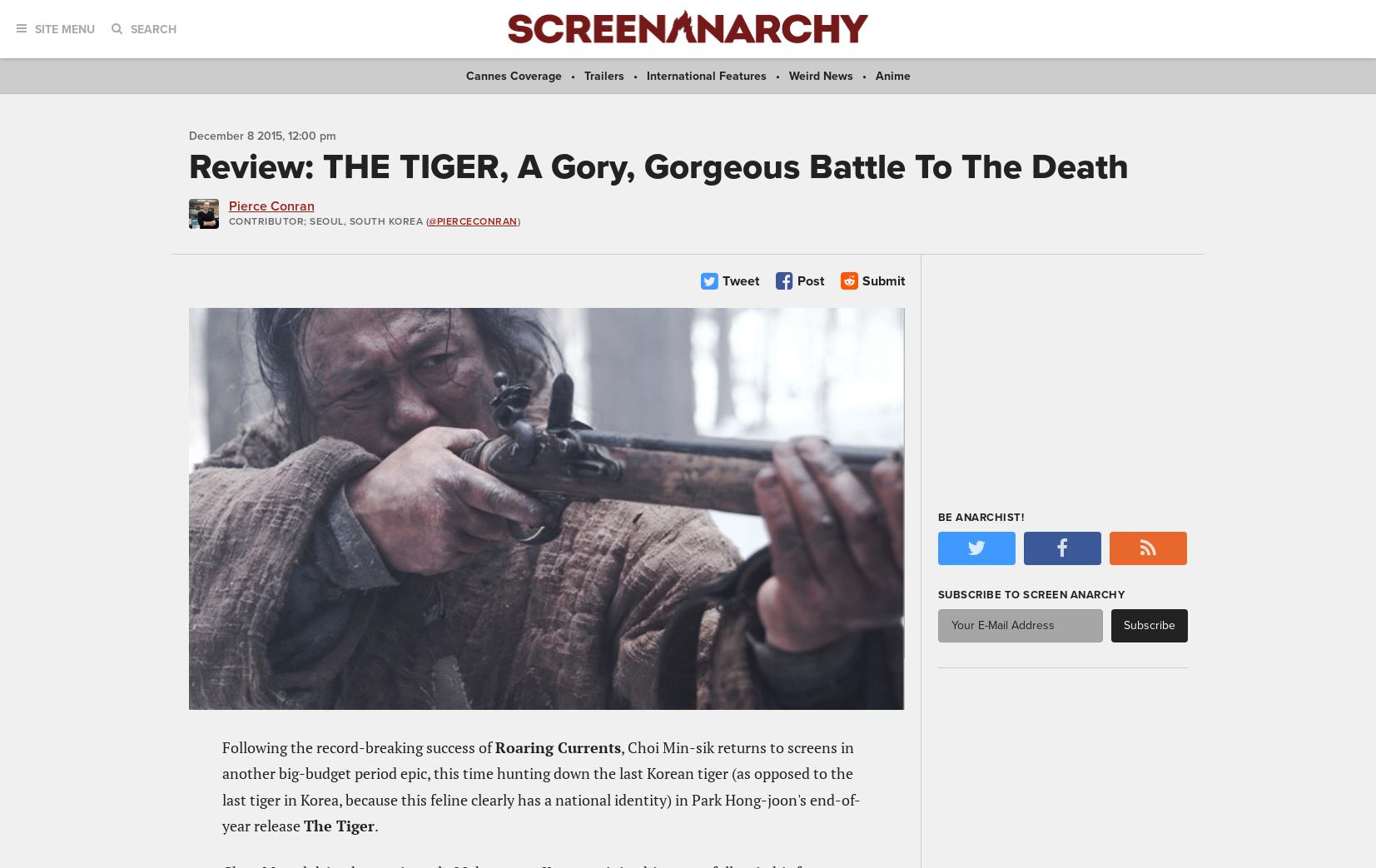 The image size is (1376, 868). Describe the element at coordinates (861, 279) in the screenshot. I see `'Submit'` at that location.